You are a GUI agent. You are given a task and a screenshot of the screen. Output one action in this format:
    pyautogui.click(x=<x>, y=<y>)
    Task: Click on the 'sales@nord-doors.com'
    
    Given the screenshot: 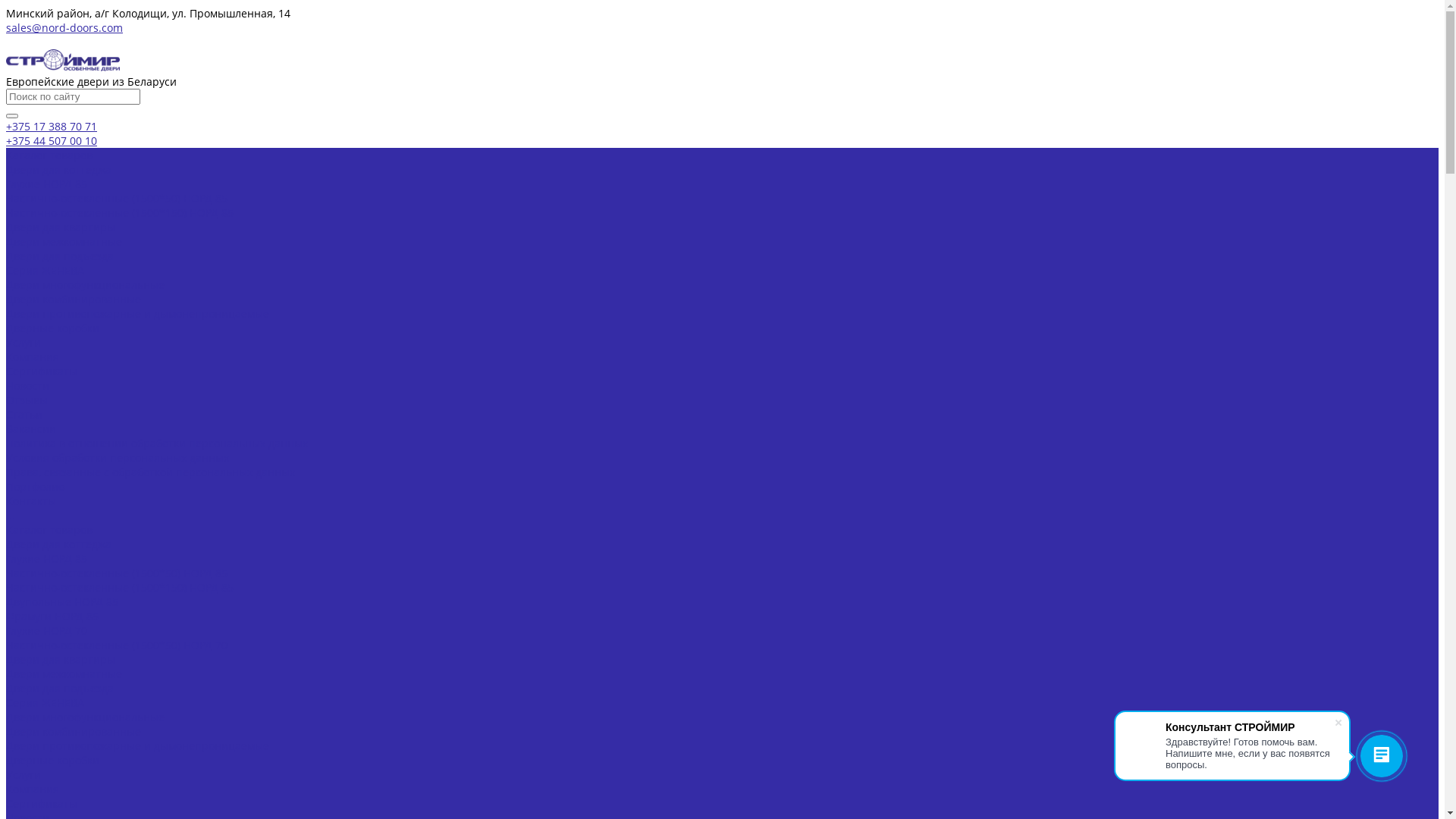 What is the action you would take?
    pyautogui.click(x=64, y=27)
    